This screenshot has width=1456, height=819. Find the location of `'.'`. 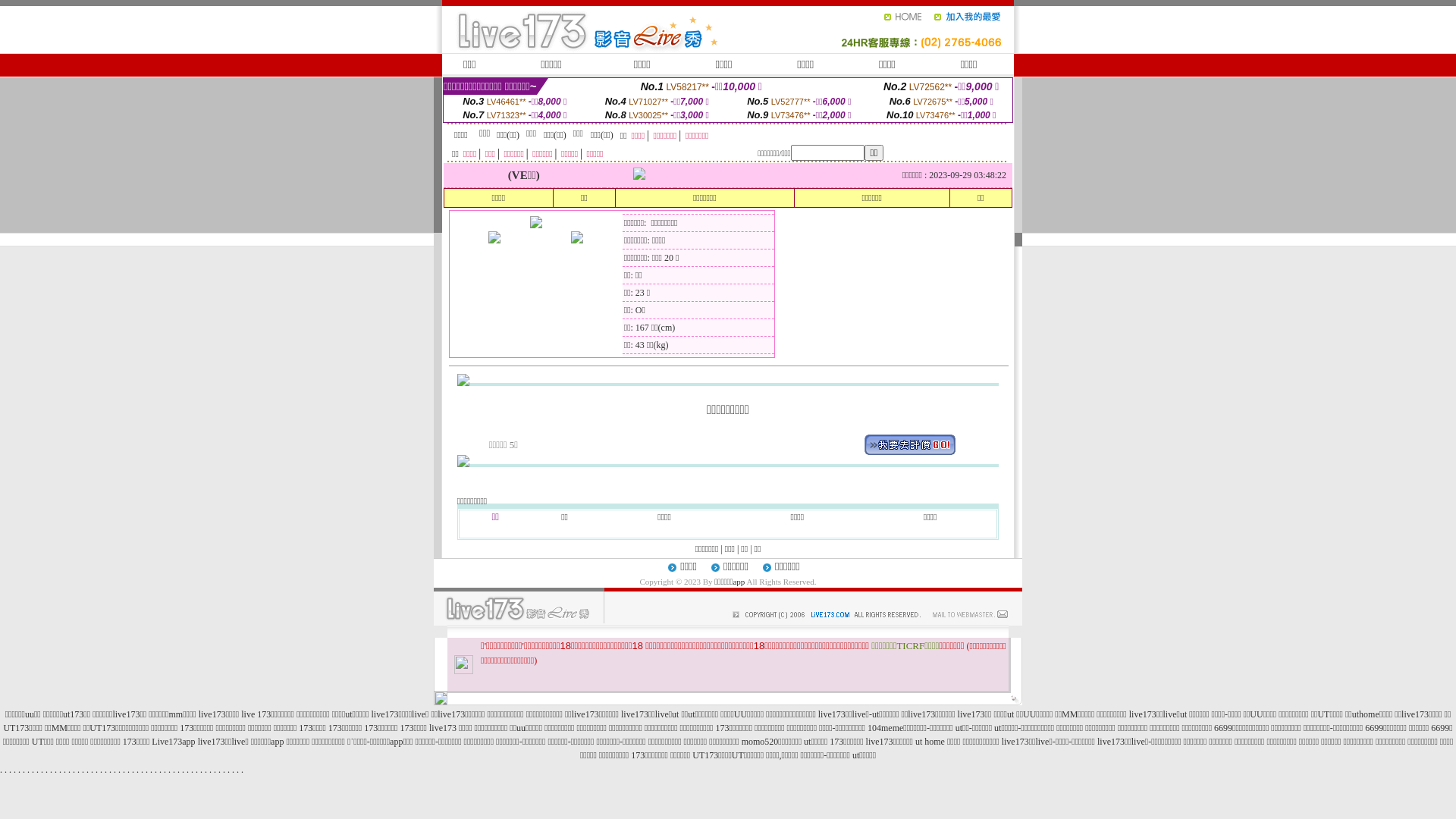

'.' is located at coordinates (137, 769).